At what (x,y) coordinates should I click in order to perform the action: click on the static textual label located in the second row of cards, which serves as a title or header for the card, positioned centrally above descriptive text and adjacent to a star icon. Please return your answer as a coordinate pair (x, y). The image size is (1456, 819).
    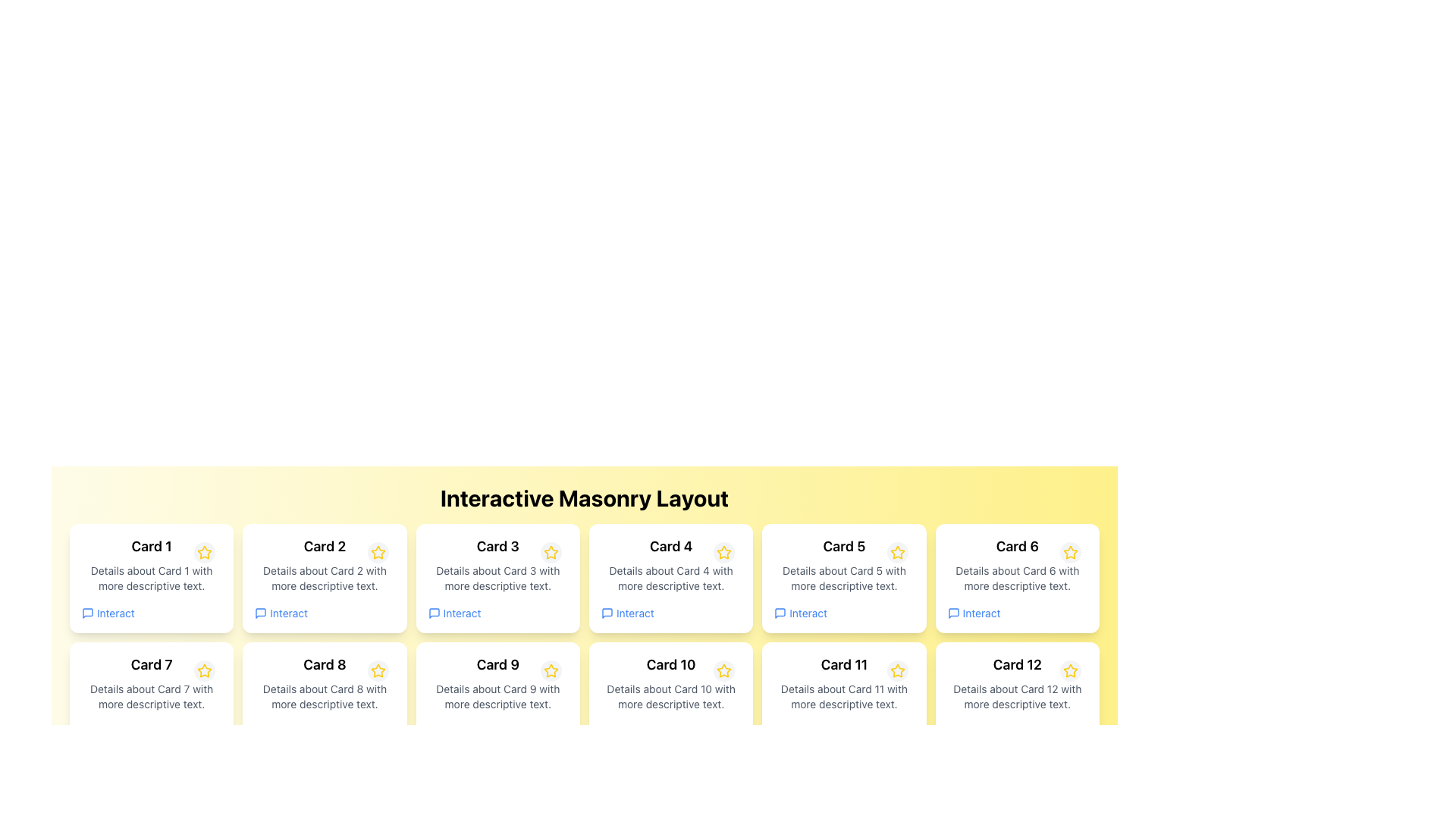
    Looking at the image, I should click on (324, 664).